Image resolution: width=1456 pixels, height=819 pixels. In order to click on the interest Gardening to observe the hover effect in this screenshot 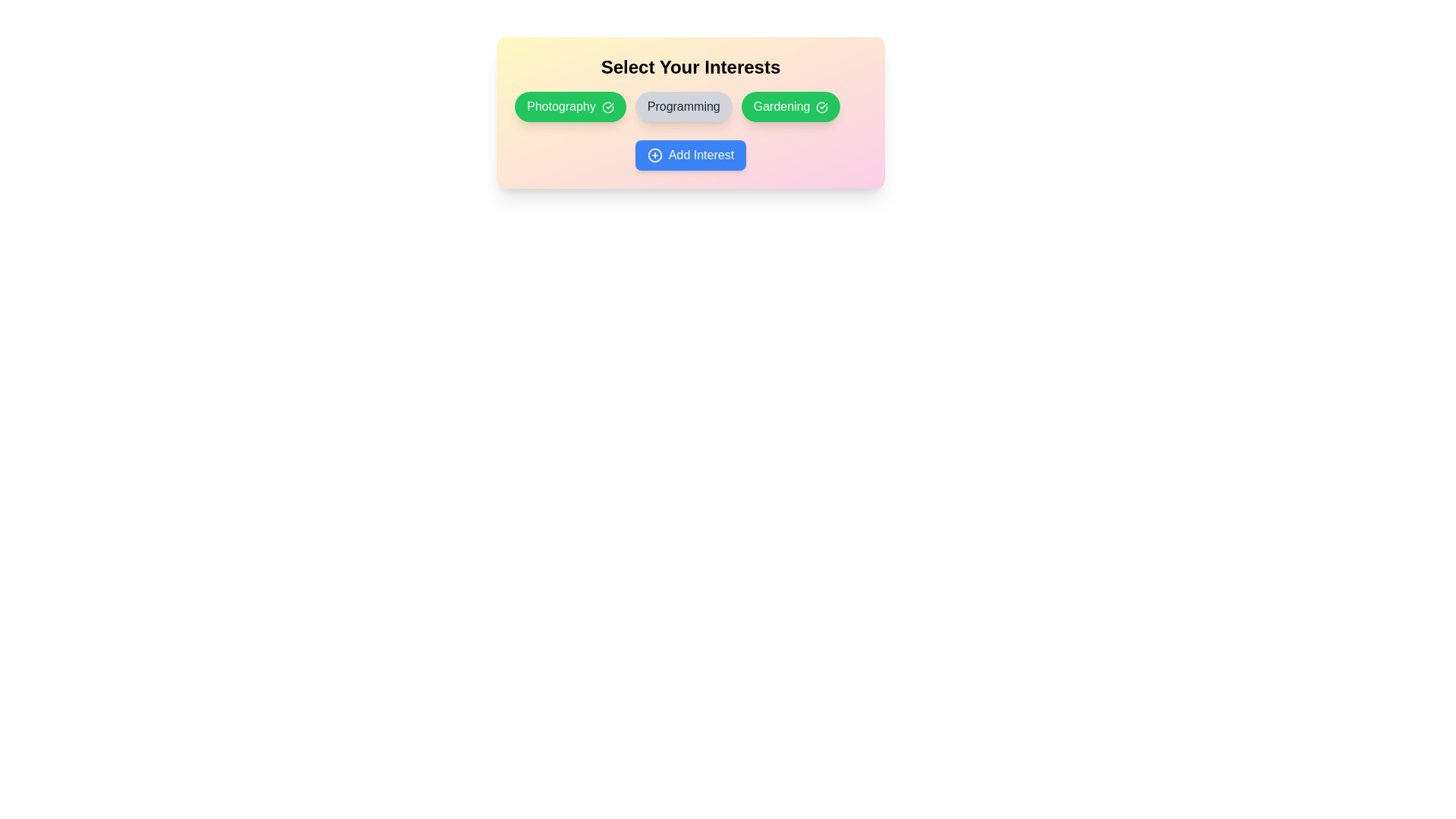, I will do `click(789, 106)`.